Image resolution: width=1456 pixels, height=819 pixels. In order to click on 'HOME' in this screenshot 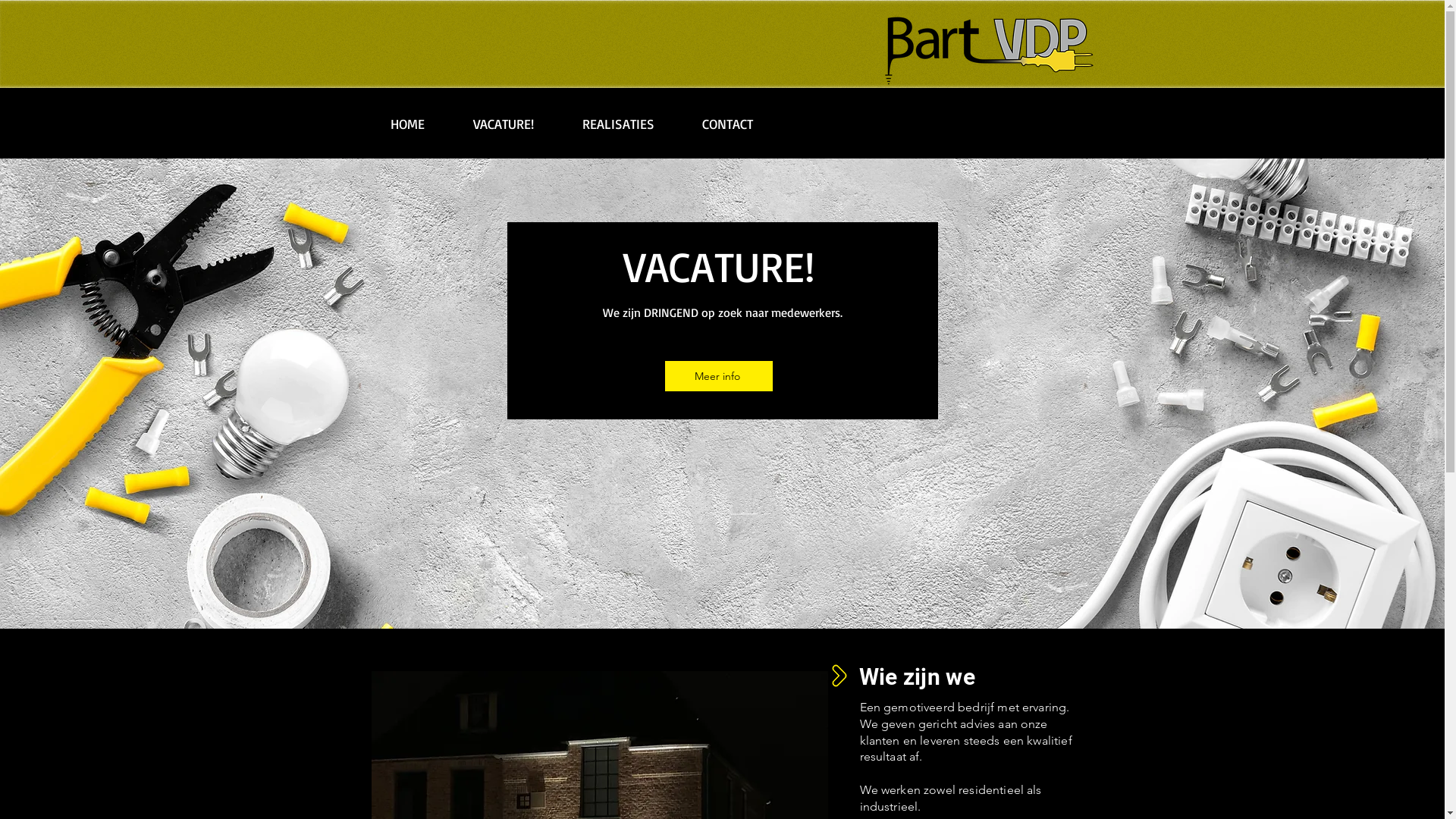, I will do `click(365, 123)`.